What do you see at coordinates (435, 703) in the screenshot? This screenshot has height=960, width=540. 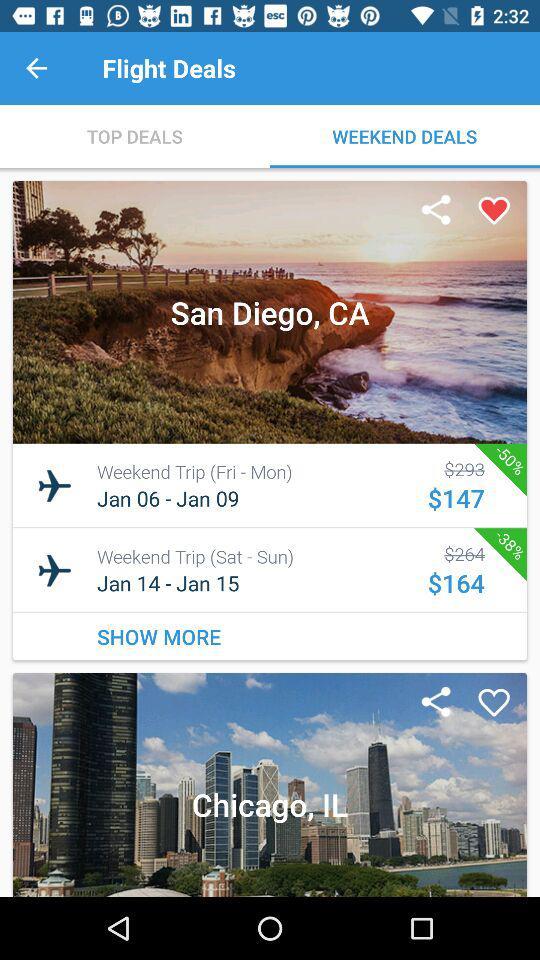 I see `share the deal` at bounding box center [435, 703].